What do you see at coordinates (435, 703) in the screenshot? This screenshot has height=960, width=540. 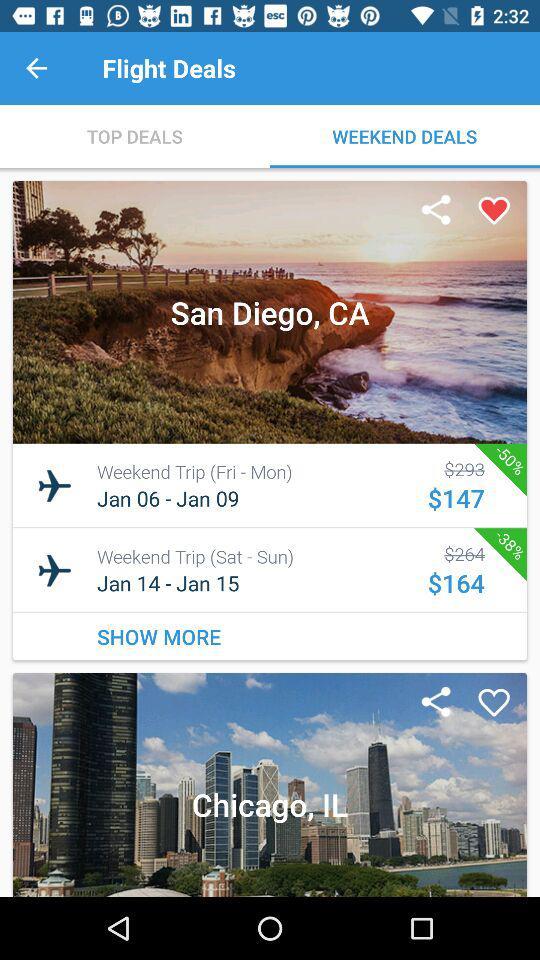 I see `share the deal` at bounding box center [435, 703].